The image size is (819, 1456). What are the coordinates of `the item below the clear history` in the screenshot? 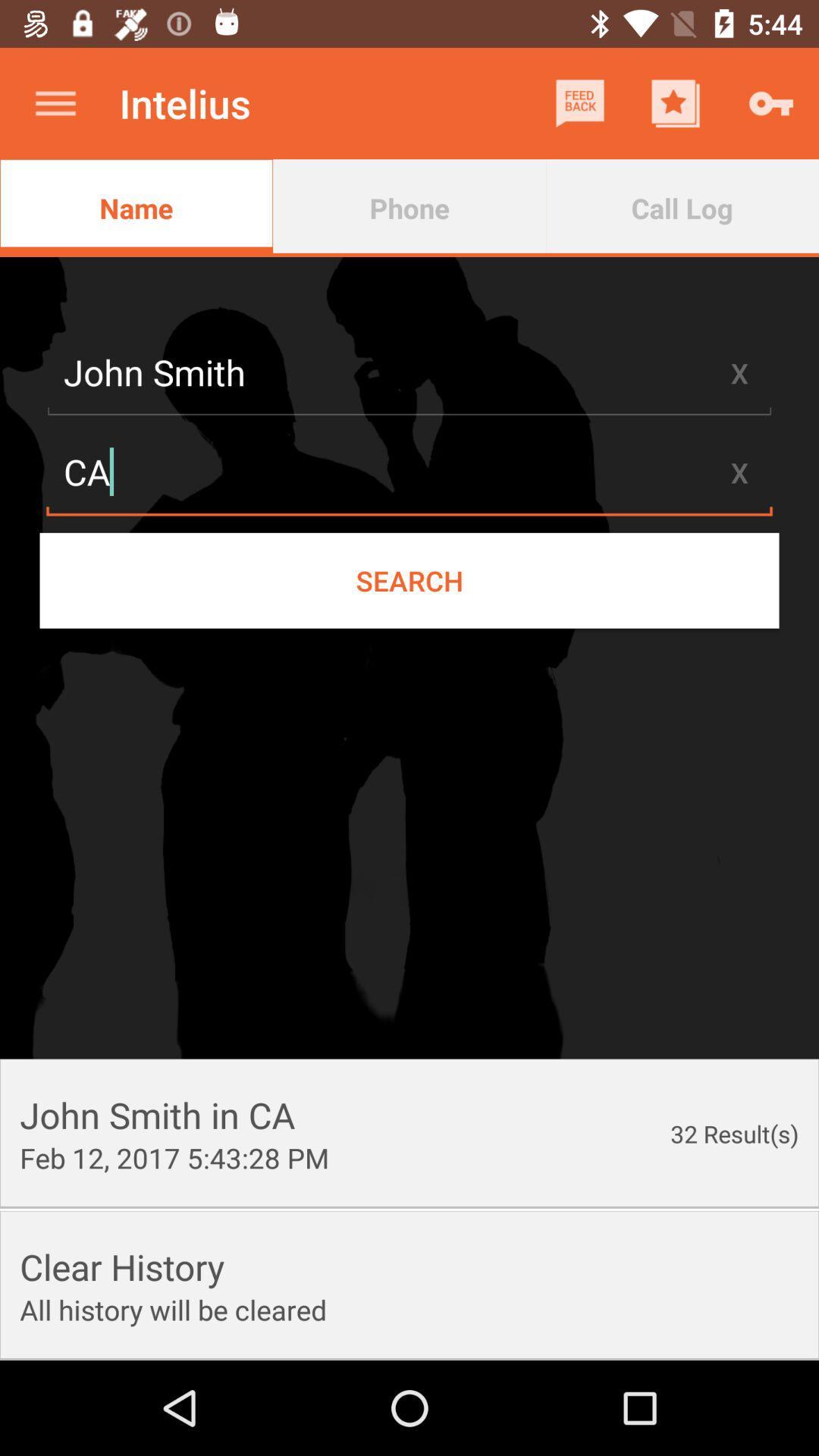 It's located at (172, 1309).